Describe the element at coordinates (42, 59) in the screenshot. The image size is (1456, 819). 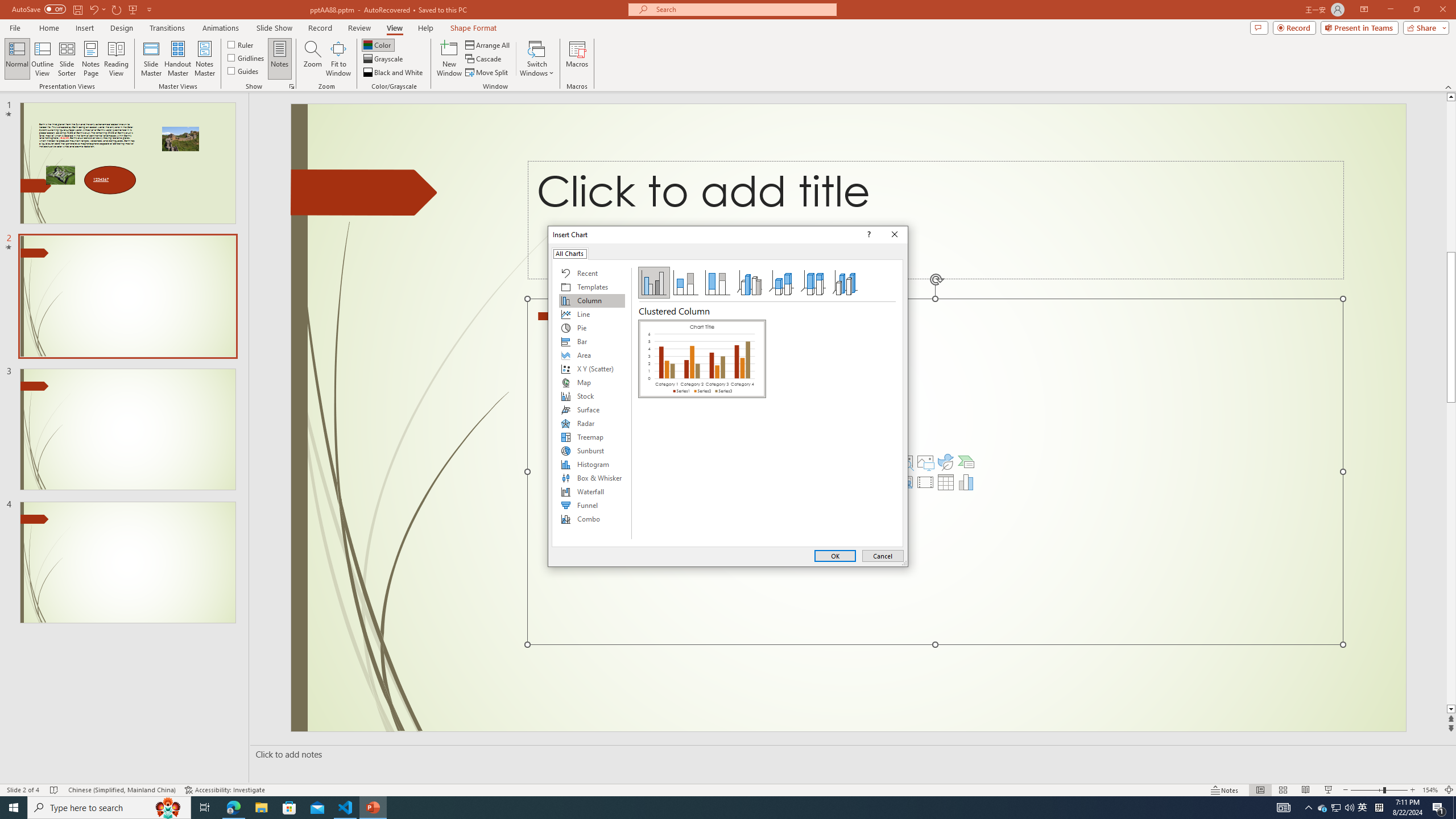
I see `'Outline View'` at that location.